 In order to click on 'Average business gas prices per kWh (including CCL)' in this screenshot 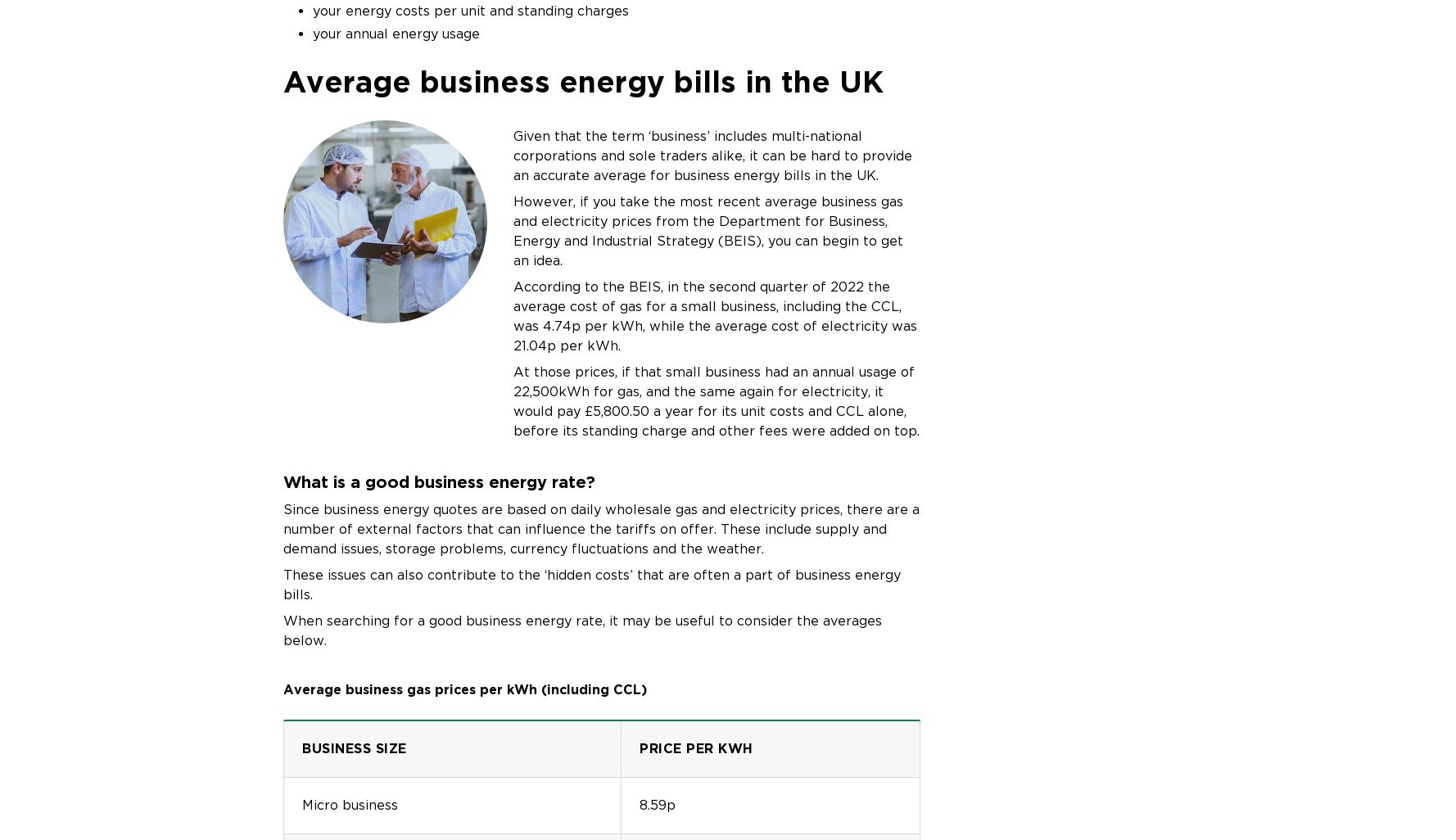, I will do `click(465, 689)`.